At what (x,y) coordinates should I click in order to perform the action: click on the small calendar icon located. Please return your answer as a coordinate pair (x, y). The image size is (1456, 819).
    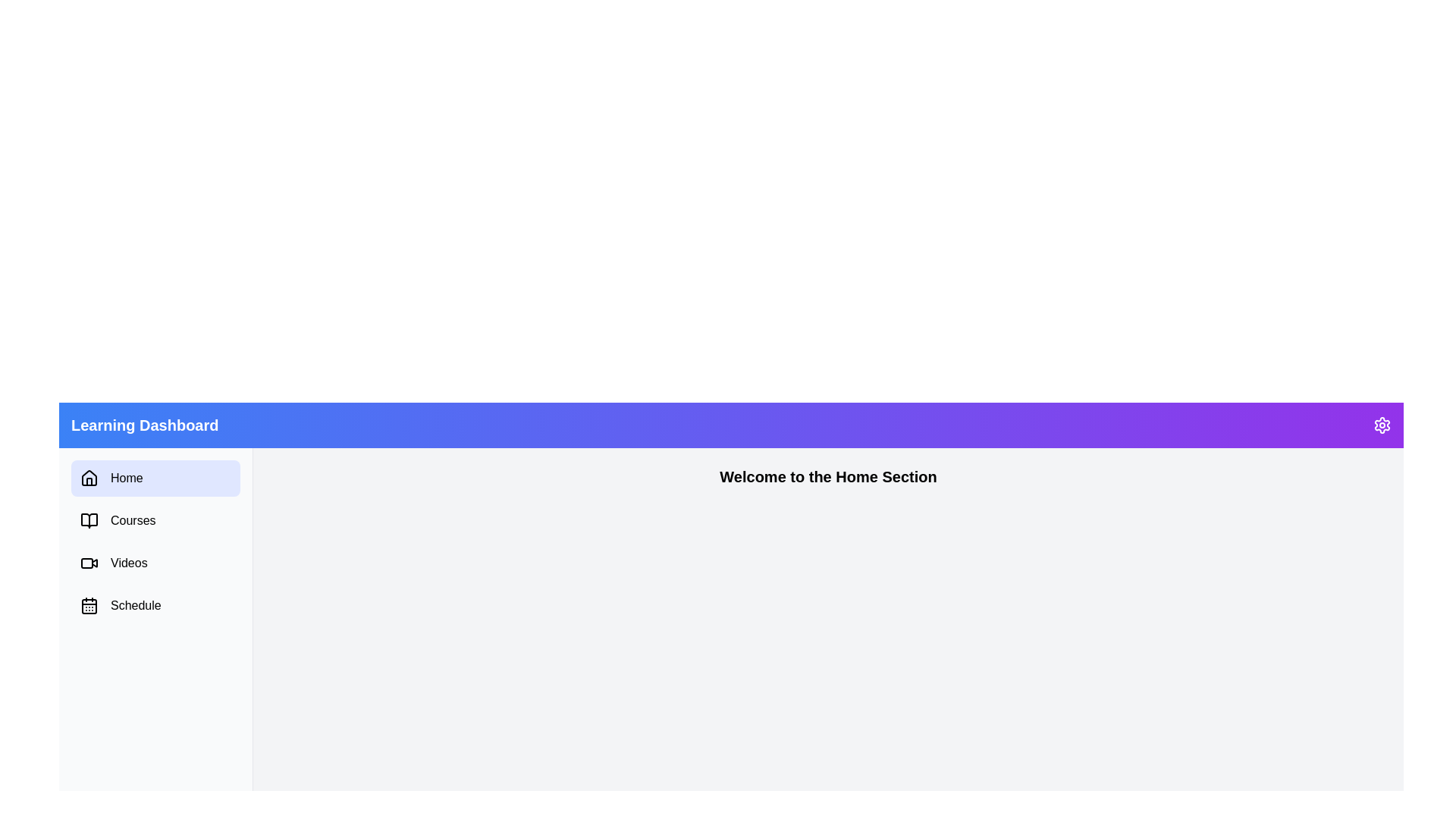
    Looking at the image, I should click on (89, 604).